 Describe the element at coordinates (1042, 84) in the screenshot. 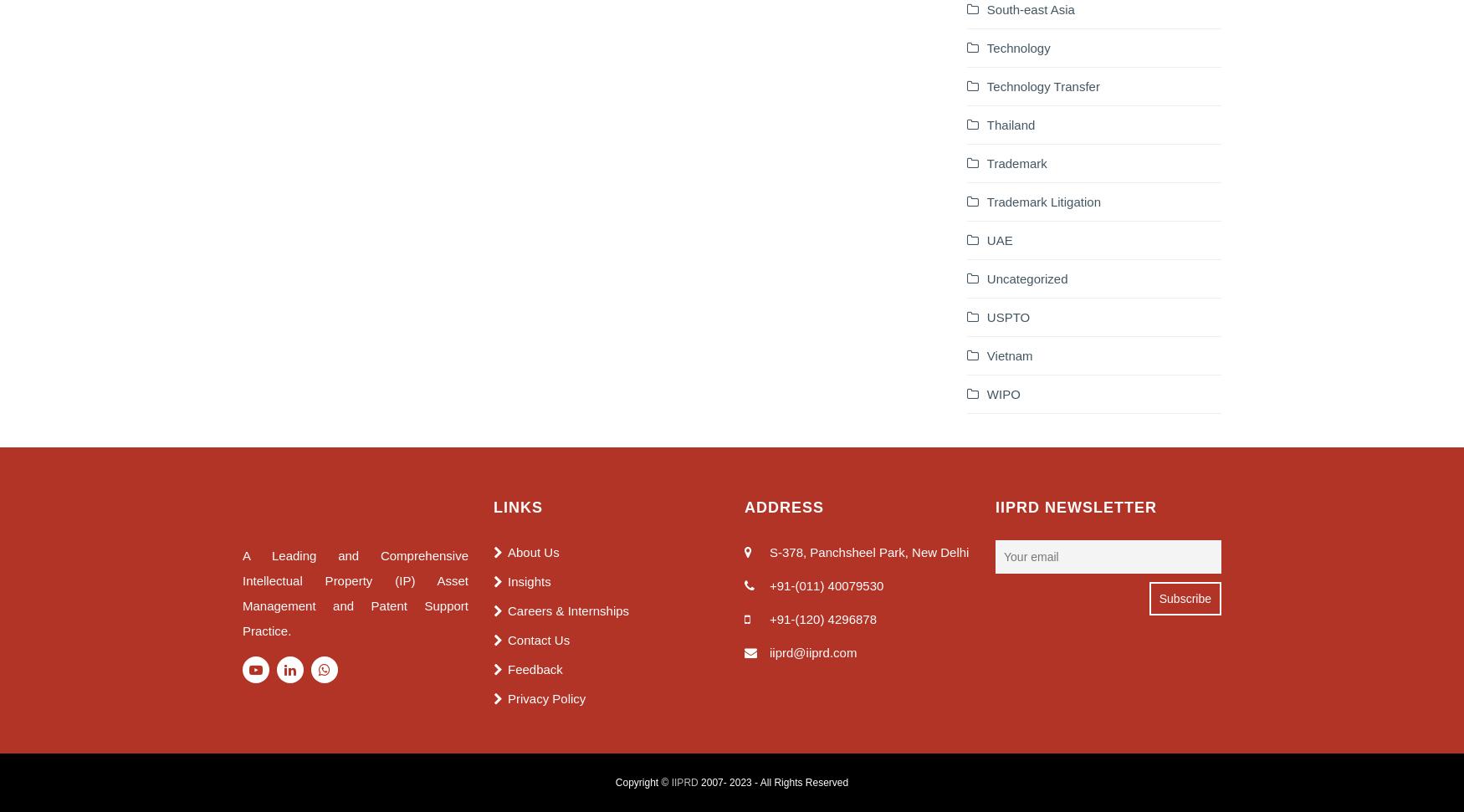

I see `'Technology Transfer'` at that location.